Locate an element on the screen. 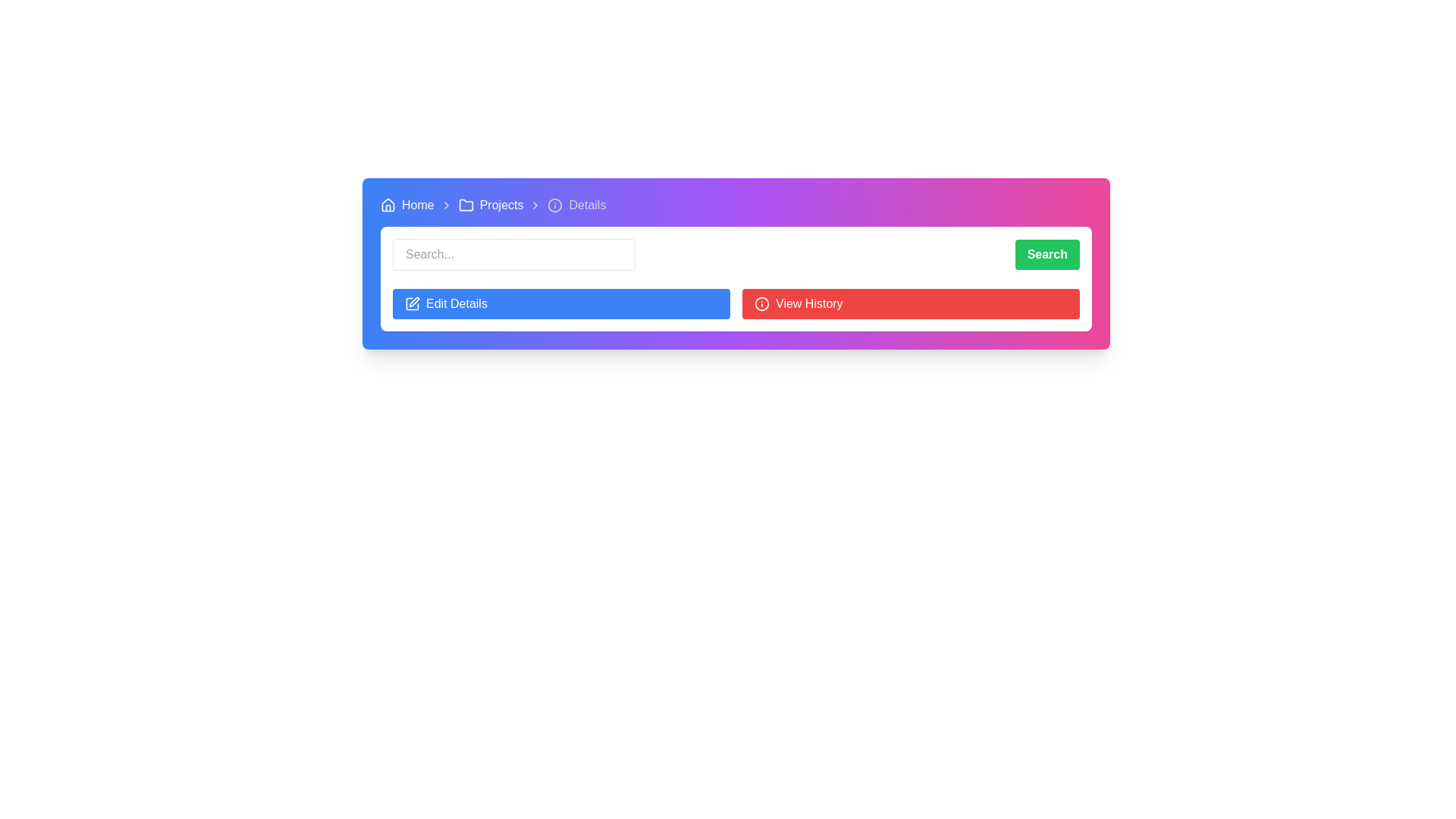 The width and height of the screenshot is (1456, 819). the decorative icon located to the left of the 'Edit Details' button, which visually indicates its purpose is located at coordinates (412, 304).